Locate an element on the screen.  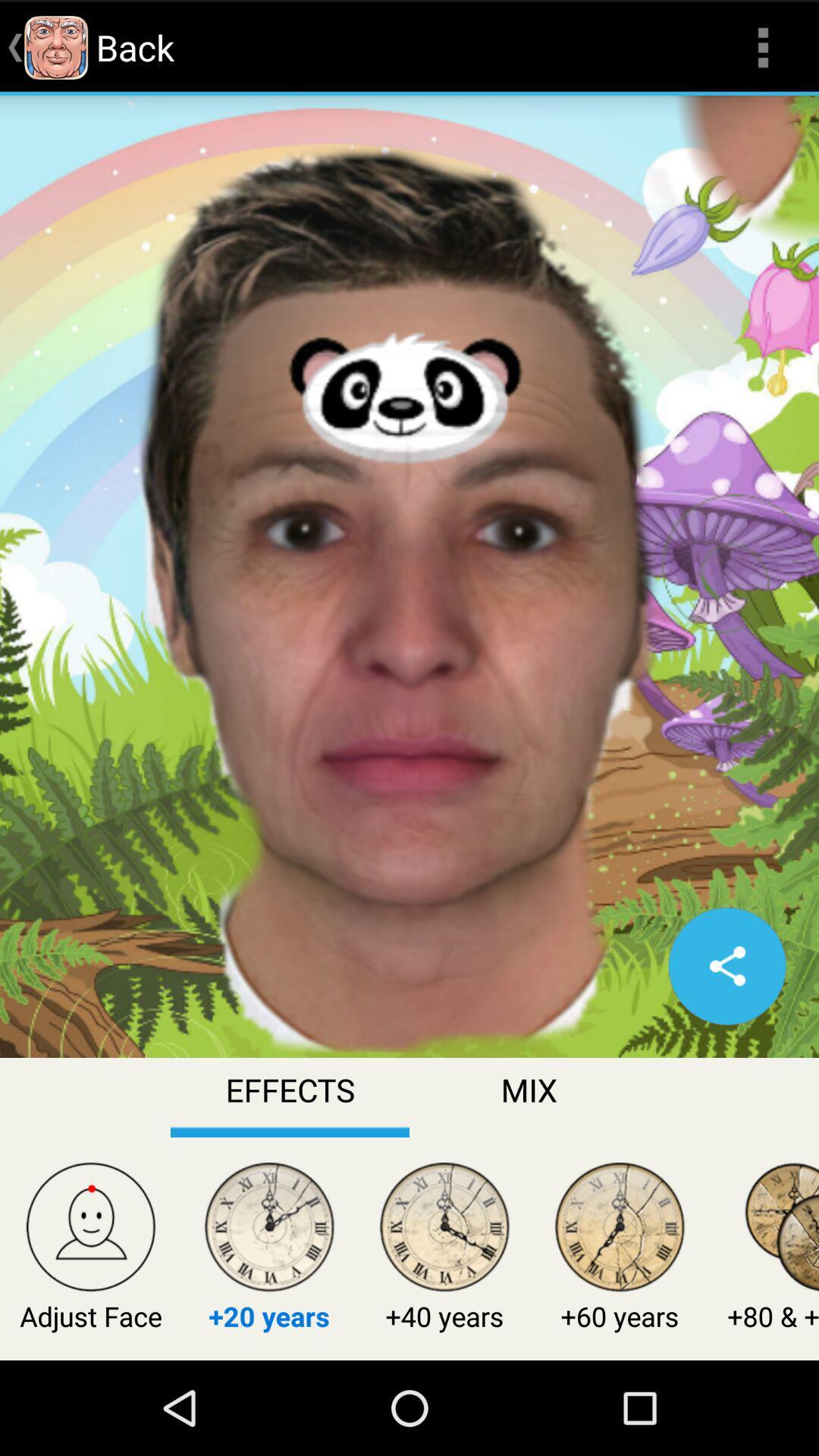
the share icon is located at coordinates (726, 1033).